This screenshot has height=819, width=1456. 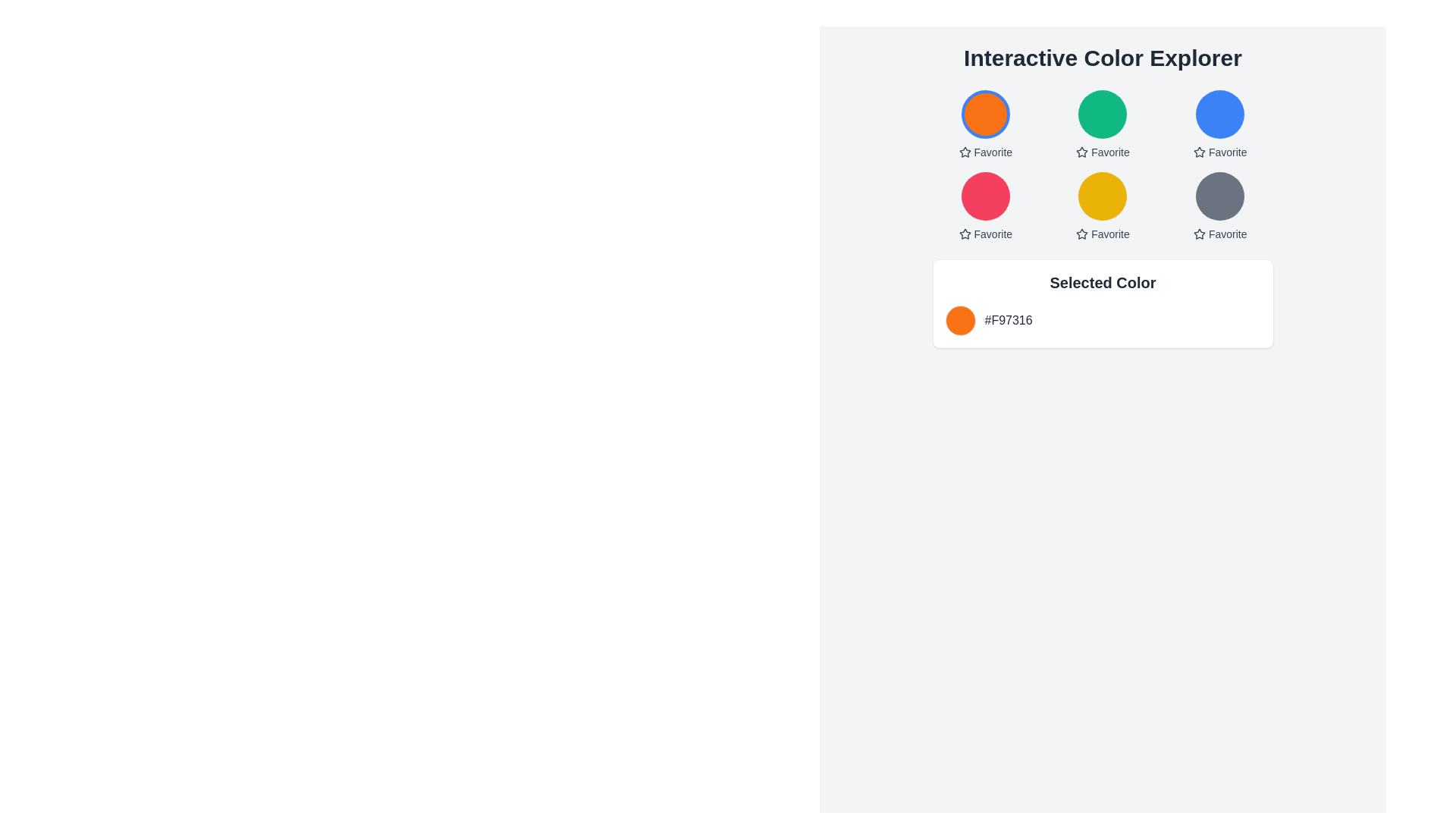 I want to click on the 'Favorite' text label, which is a small gray label located to the right of the star-shaped icon and below the green circular color swatch, so click(x=1110, y=152).